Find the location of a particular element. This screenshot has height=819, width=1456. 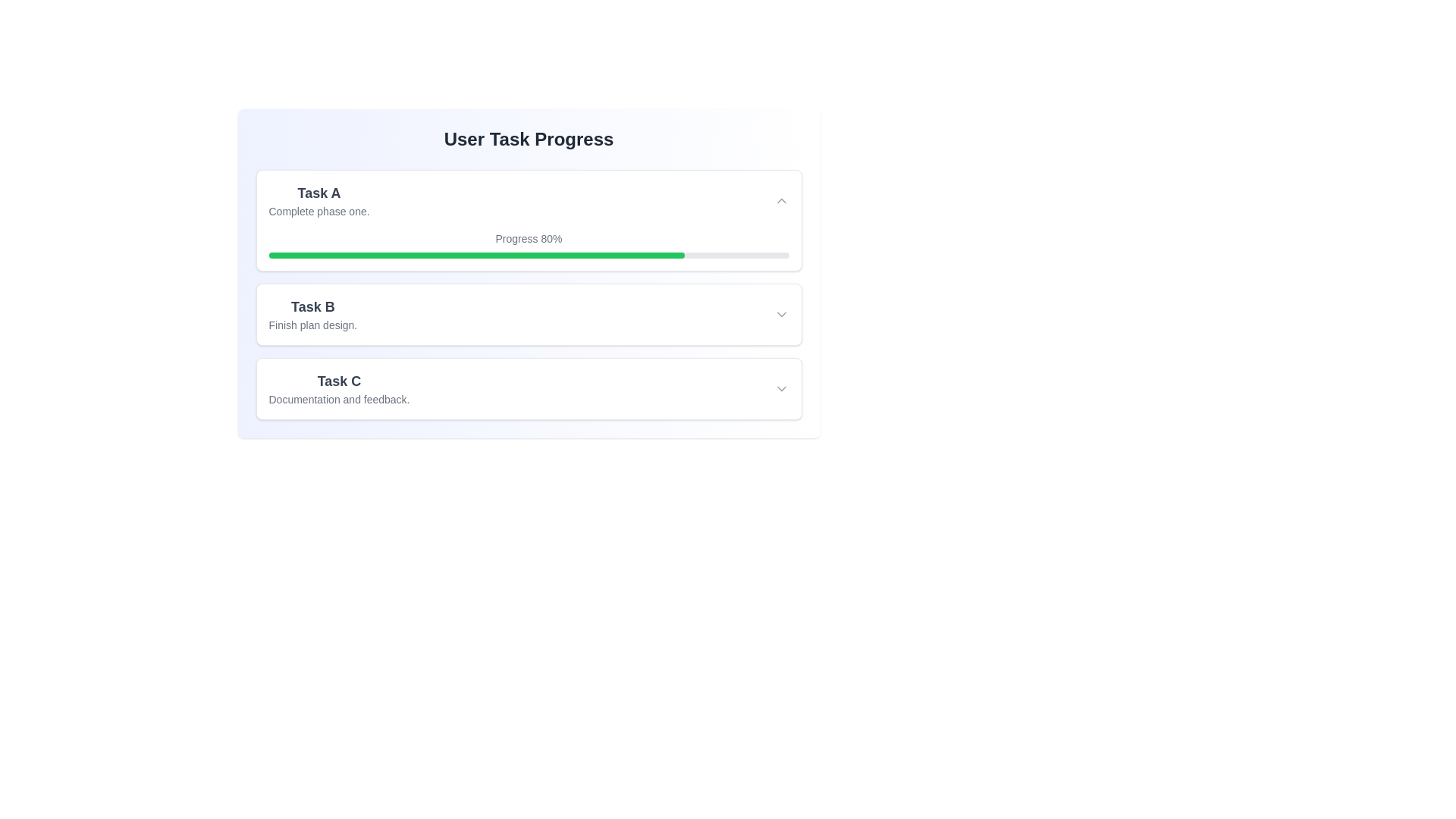

the icon button resembling a downward-pointing chevron located at the far-right side of the 'Task C' row is located at coordinates (781, 388).